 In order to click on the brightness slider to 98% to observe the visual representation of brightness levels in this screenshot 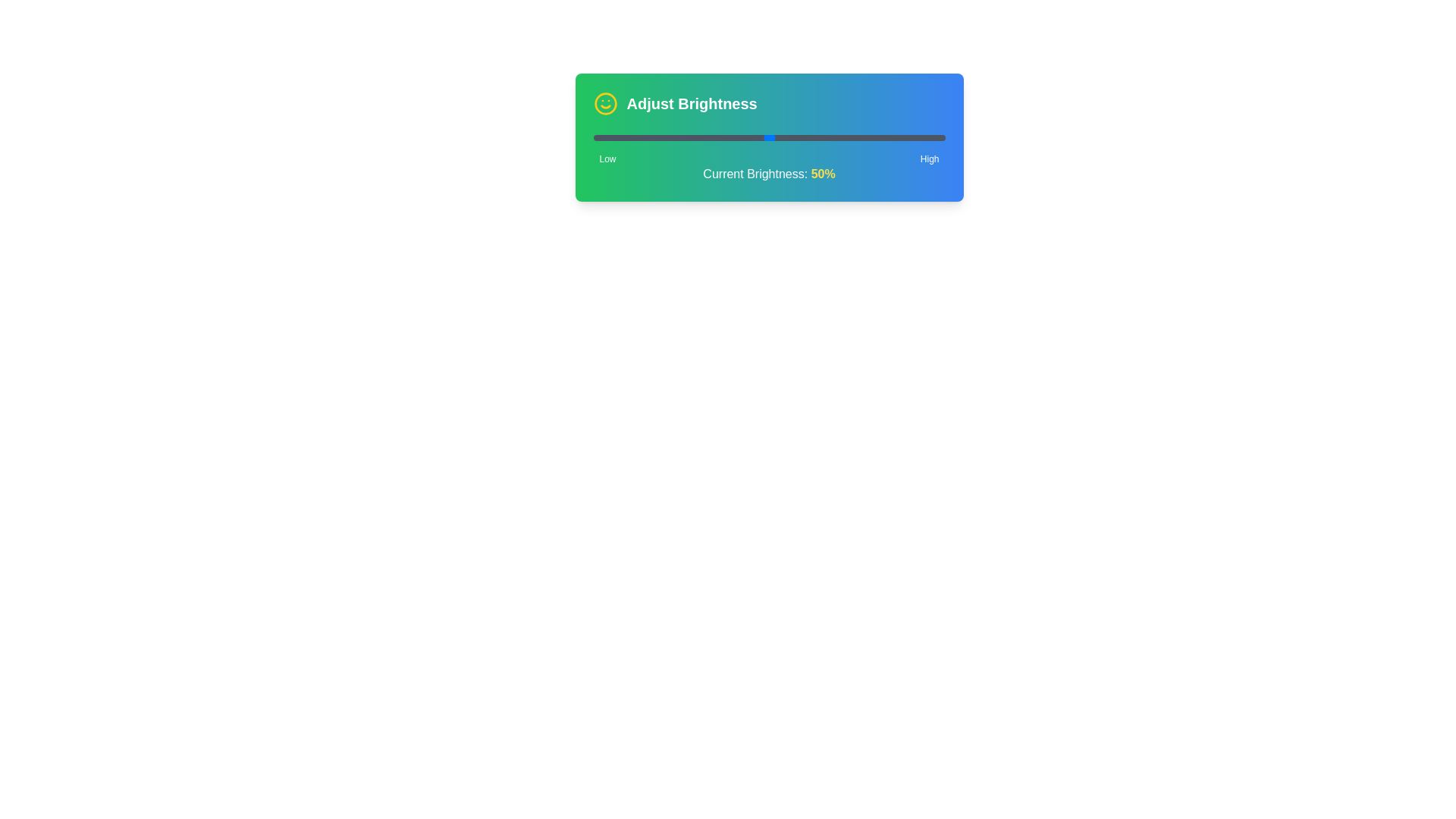, I will do `click(937, 137)`.